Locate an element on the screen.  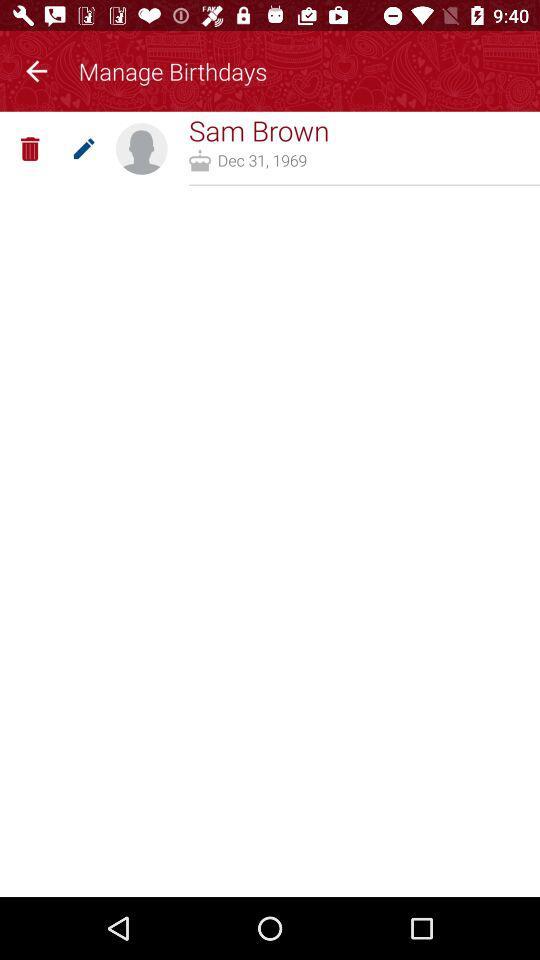
dec 31, 1969 is located at coordinates (262, 159).